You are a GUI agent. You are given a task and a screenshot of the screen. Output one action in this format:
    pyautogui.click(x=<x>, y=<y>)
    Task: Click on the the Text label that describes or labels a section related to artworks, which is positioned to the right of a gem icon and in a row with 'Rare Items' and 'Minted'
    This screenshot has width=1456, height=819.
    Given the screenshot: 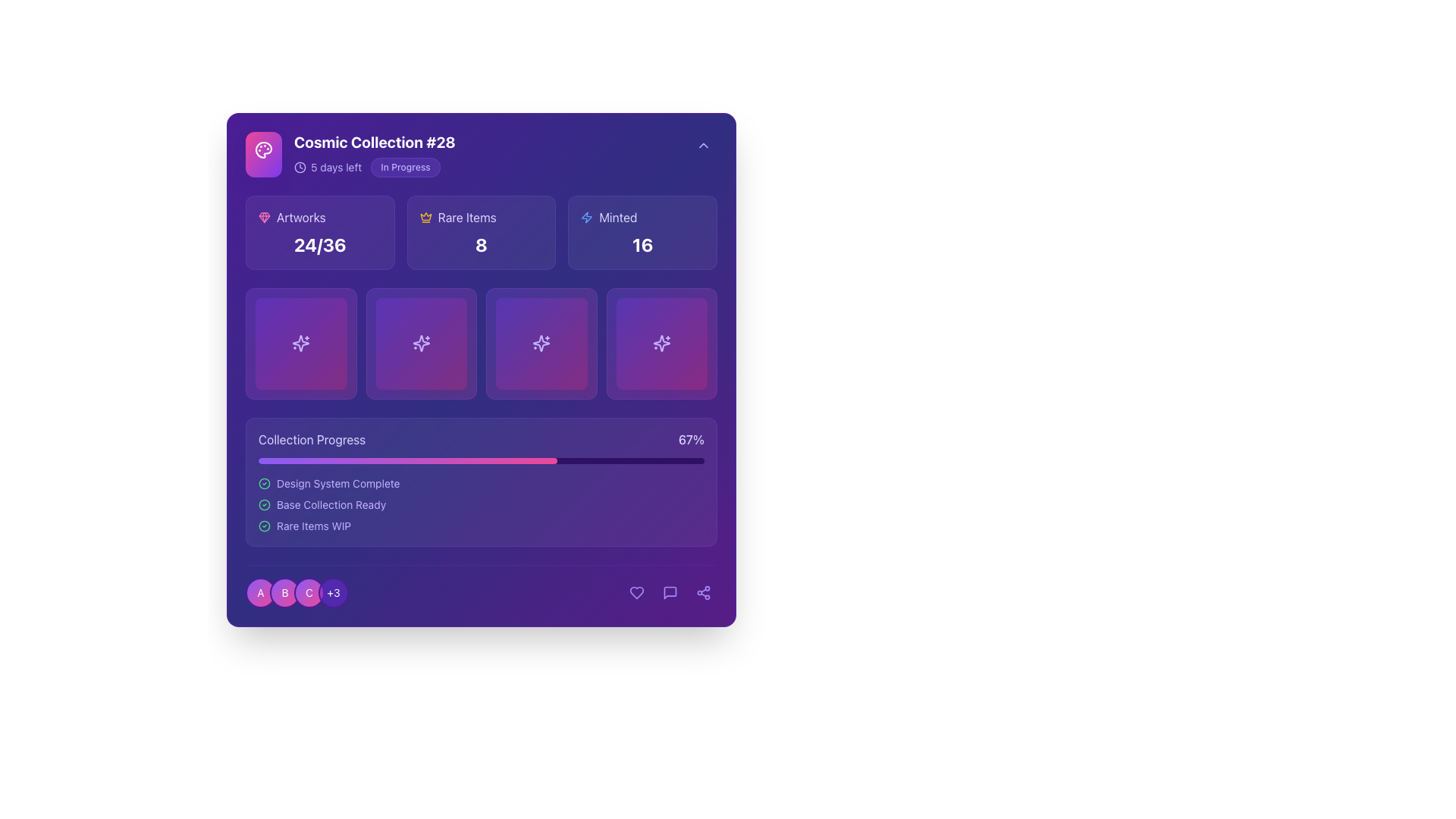 What is the action you would take?
    pyautogui.click(x=301, y=217)
    